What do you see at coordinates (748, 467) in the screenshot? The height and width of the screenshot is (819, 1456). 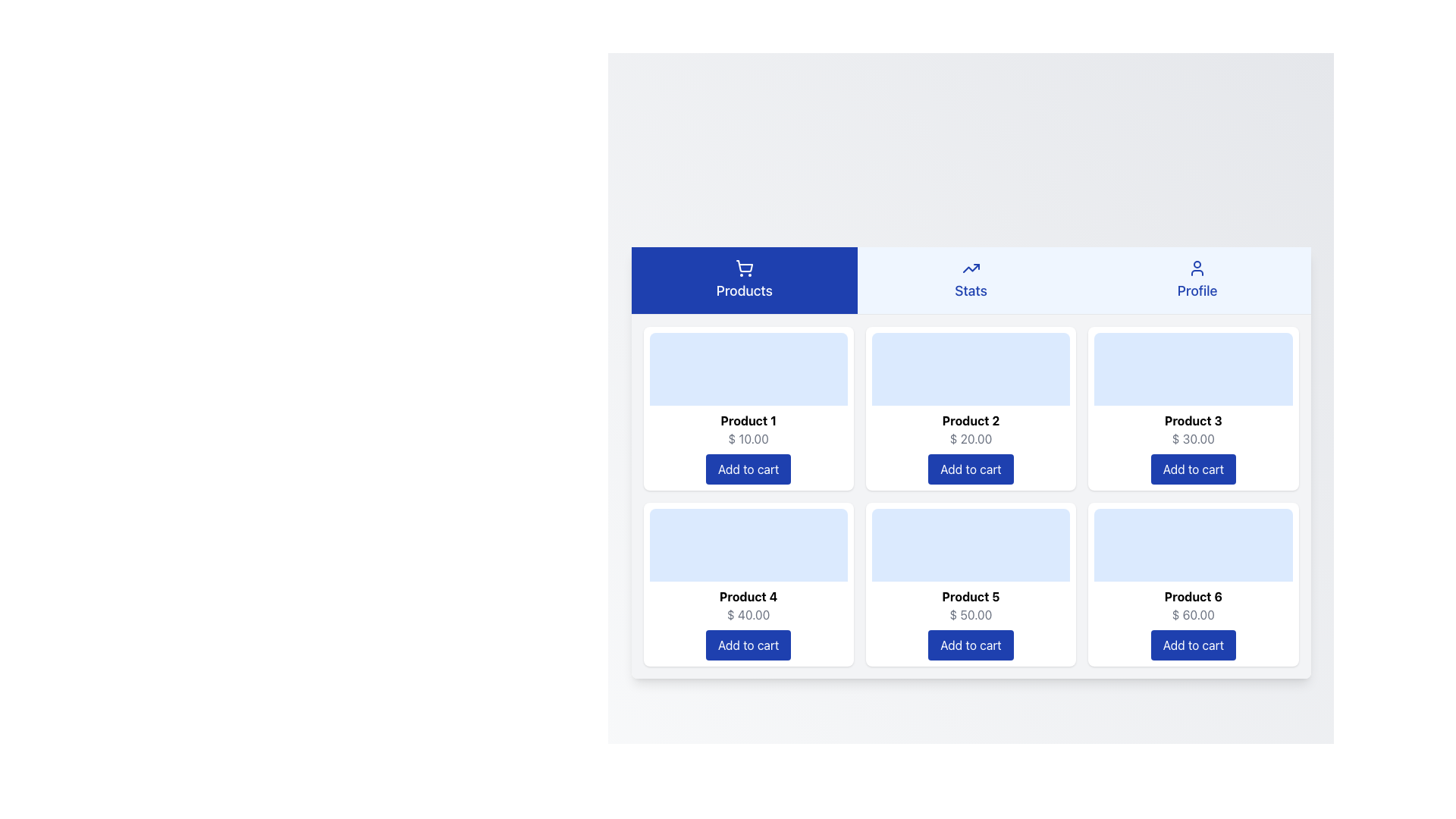 I see `the 'Add to Cart' button located within the card for 'Product 1', which is positioned below the price label '$ 10.00' and aligned centrally within the product card` at bounding box center [748, 467].